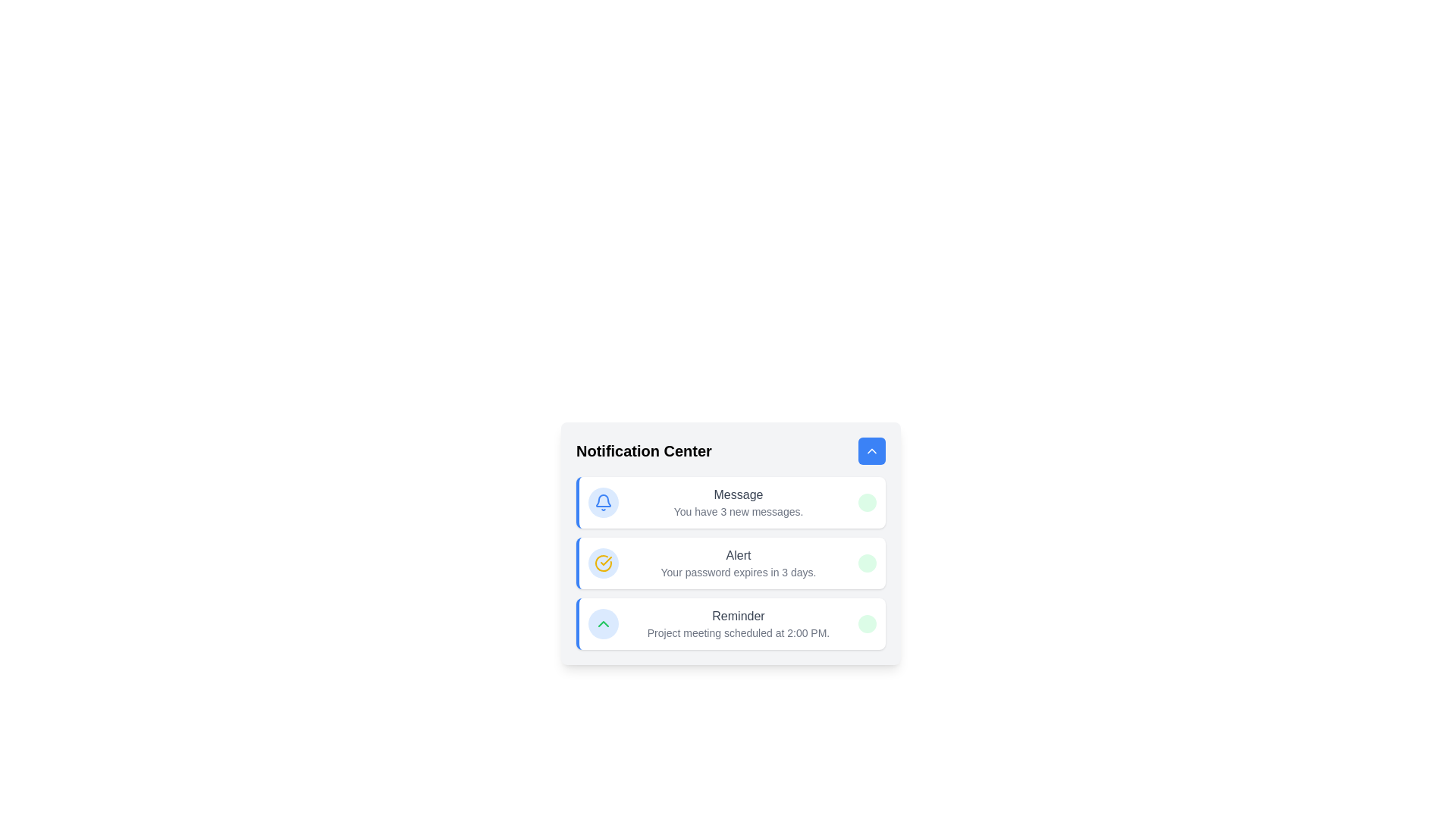  Describe the element at coordinates (739, 555) in the screenshot. I see `the 'Alert' text label, which is styled with a medium font weight and gray color, located prominently within a notification card above the text 'Your password expires in 3 days.'` at that location.